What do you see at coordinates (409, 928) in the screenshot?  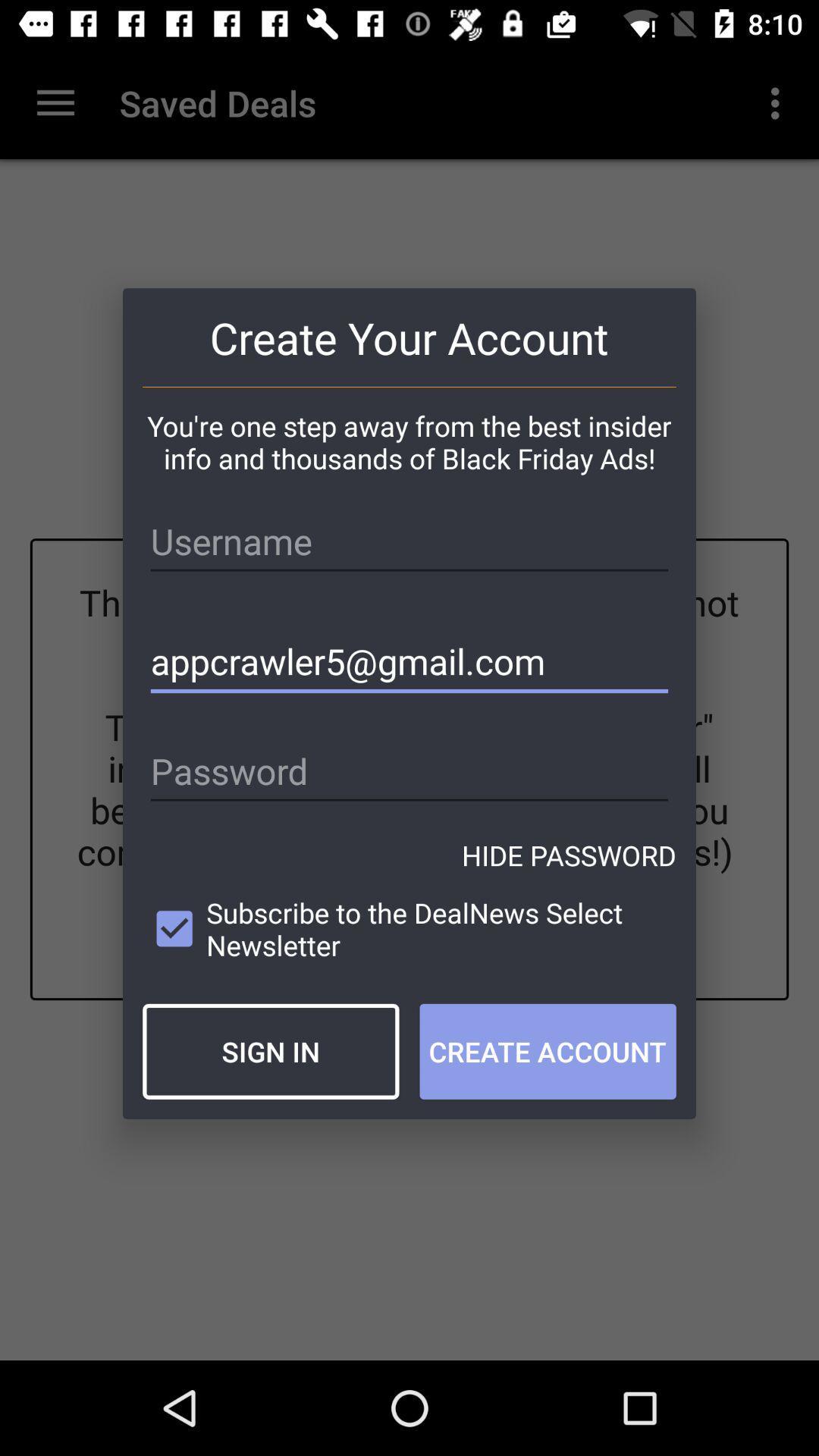 I see `subscribe to the item` at bounding box center [409, 928].